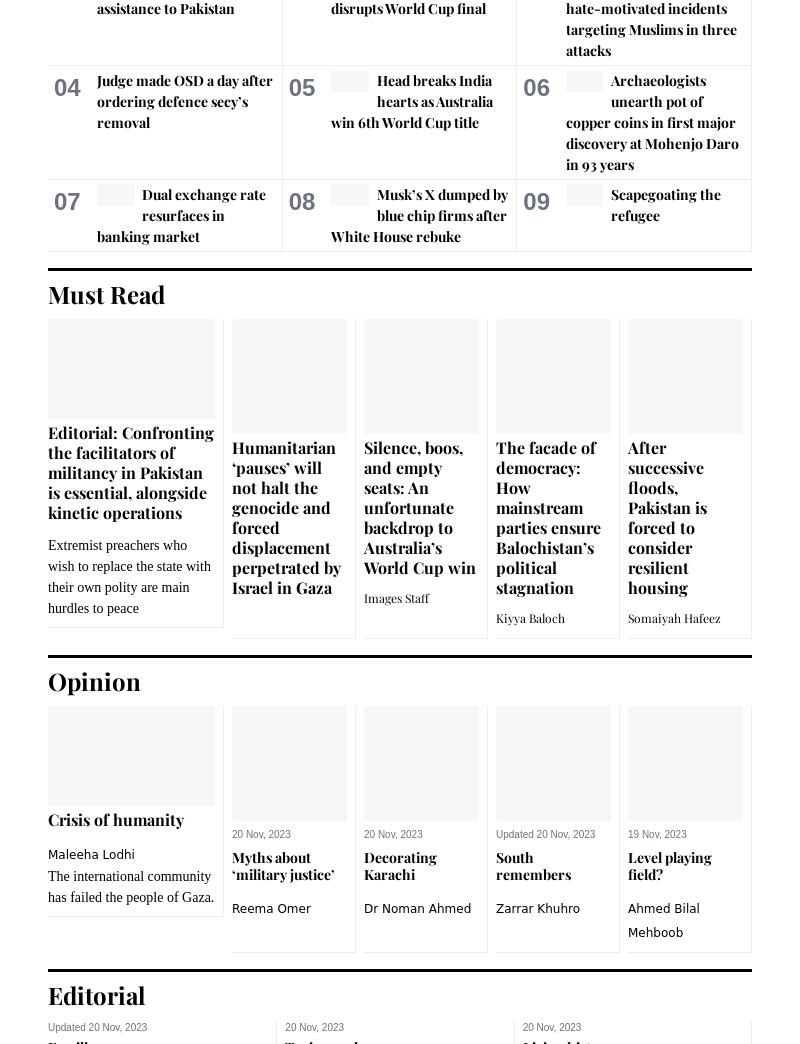 The width and height of the screenshot is (800, 1044). Describe the element at coordinates (179, 214) in the screenshot. I see `'Dual exchange rate resurfaces in banking market'` at that location.